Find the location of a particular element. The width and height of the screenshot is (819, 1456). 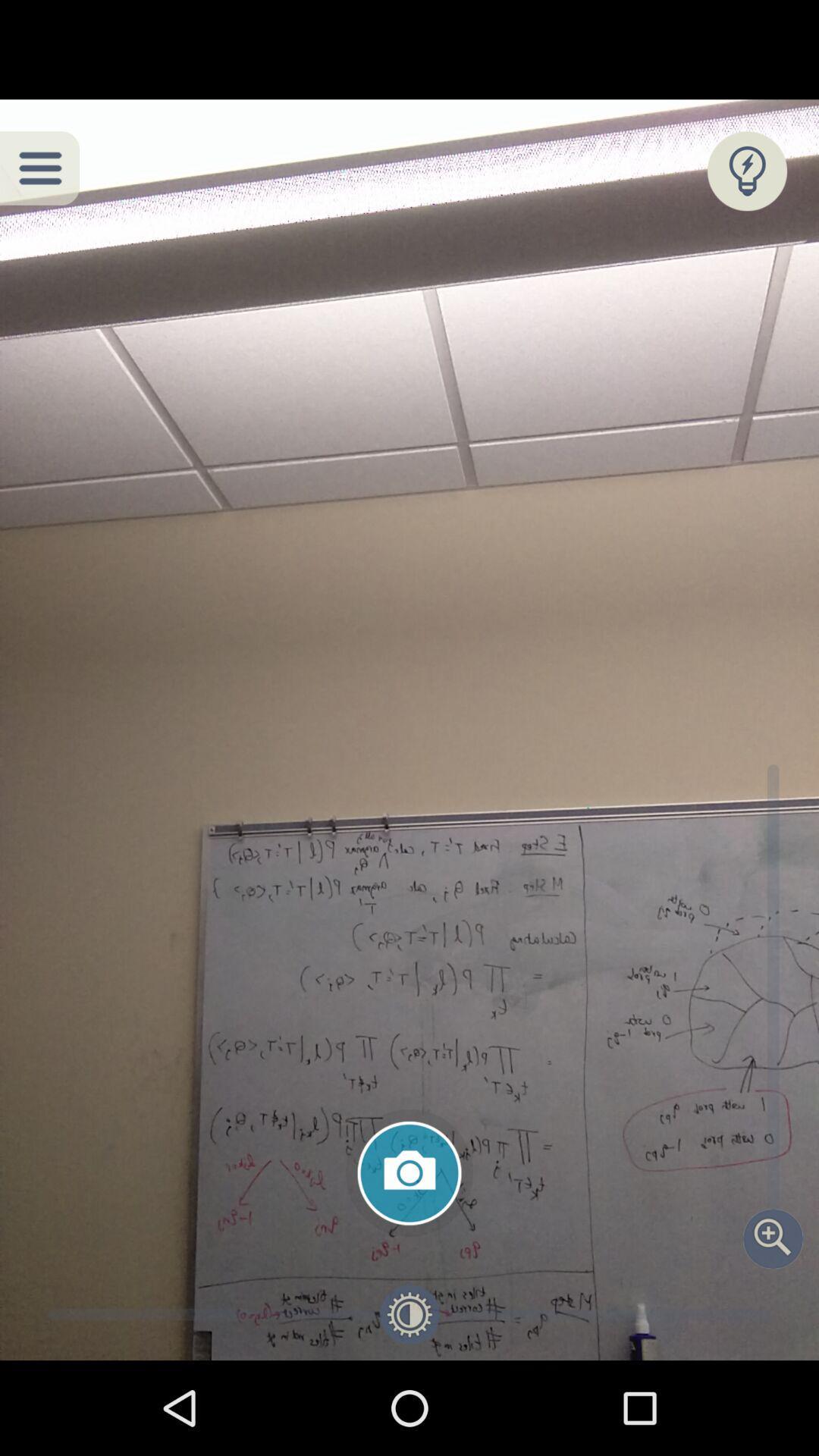

take a photo is located at coordinates (409, 1172).